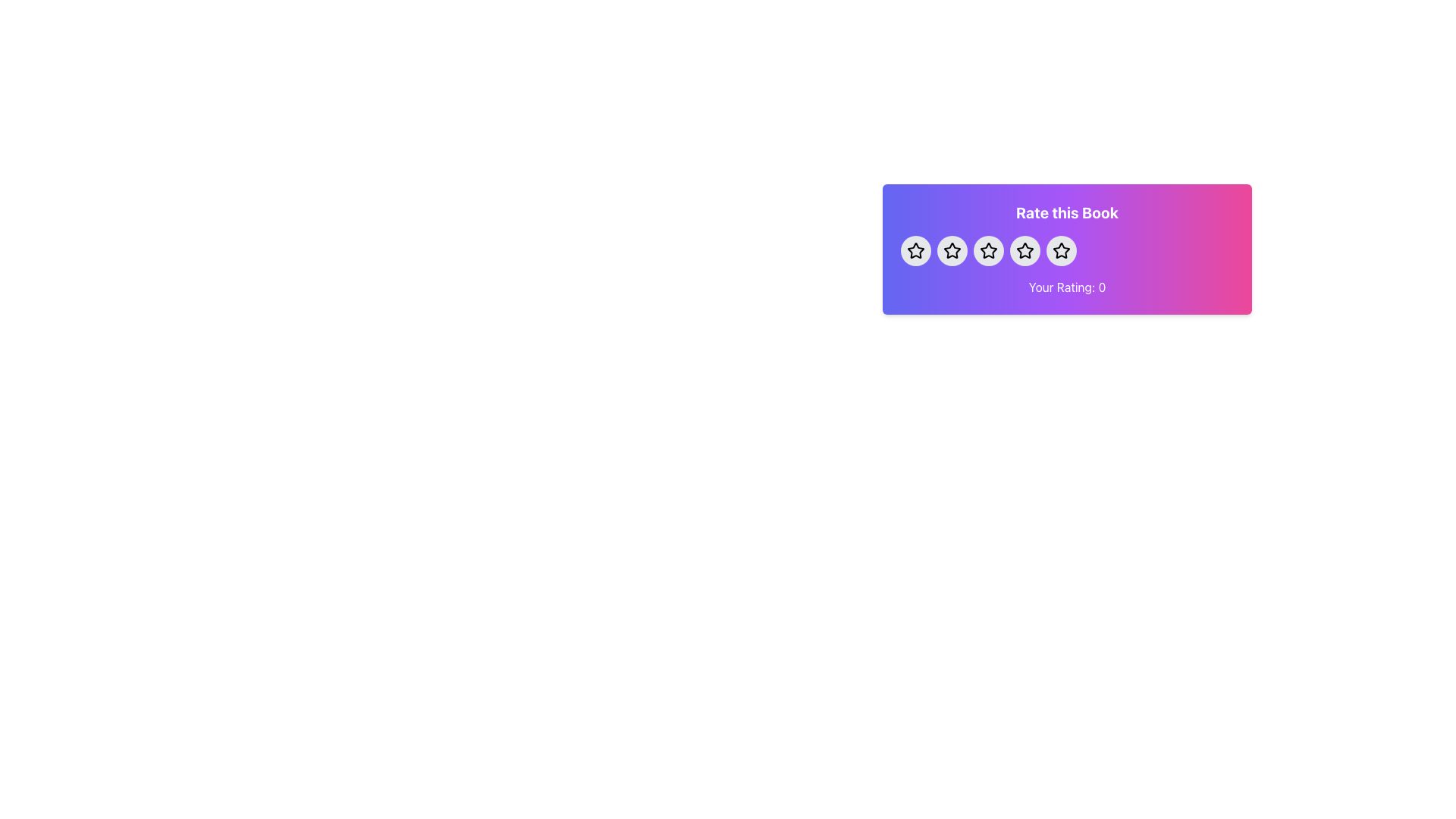  What do you see at coordinates (1025, 250) in the screenshot?
I see `the fourth circular button with a gray background and a black outlined star at its center, which is part of a row of rating buttons` at bounding box center [1025, 250].